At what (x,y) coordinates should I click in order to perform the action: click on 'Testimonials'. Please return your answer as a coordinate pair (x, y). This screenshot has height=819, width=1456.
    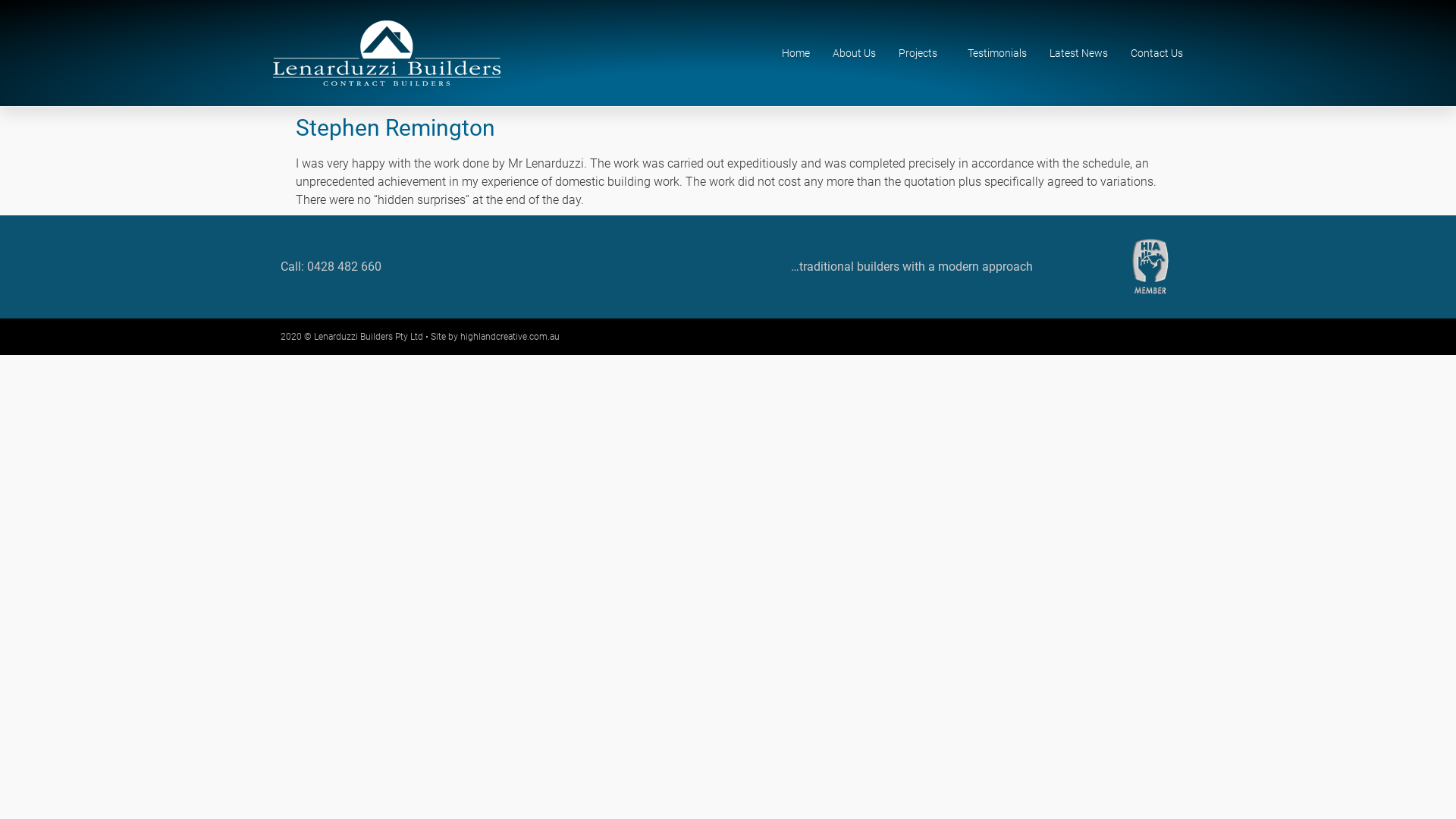
    Looking at the image, I should click on (967, 52).